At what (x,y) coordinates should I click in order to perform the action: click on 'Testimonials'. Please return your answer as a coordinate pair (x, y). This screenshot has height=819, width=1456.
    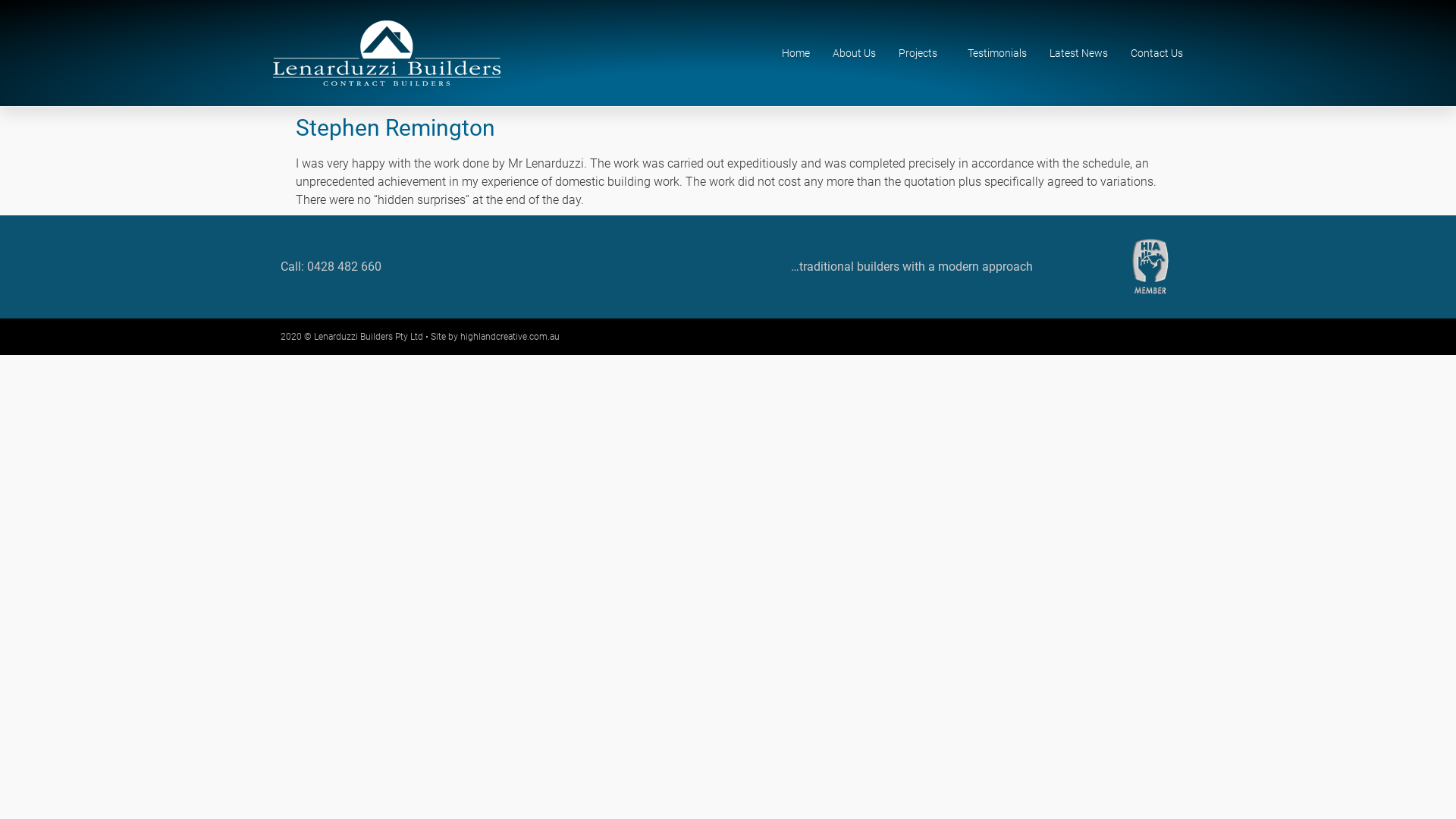
    Looking at the image, I should click on (967, 52).